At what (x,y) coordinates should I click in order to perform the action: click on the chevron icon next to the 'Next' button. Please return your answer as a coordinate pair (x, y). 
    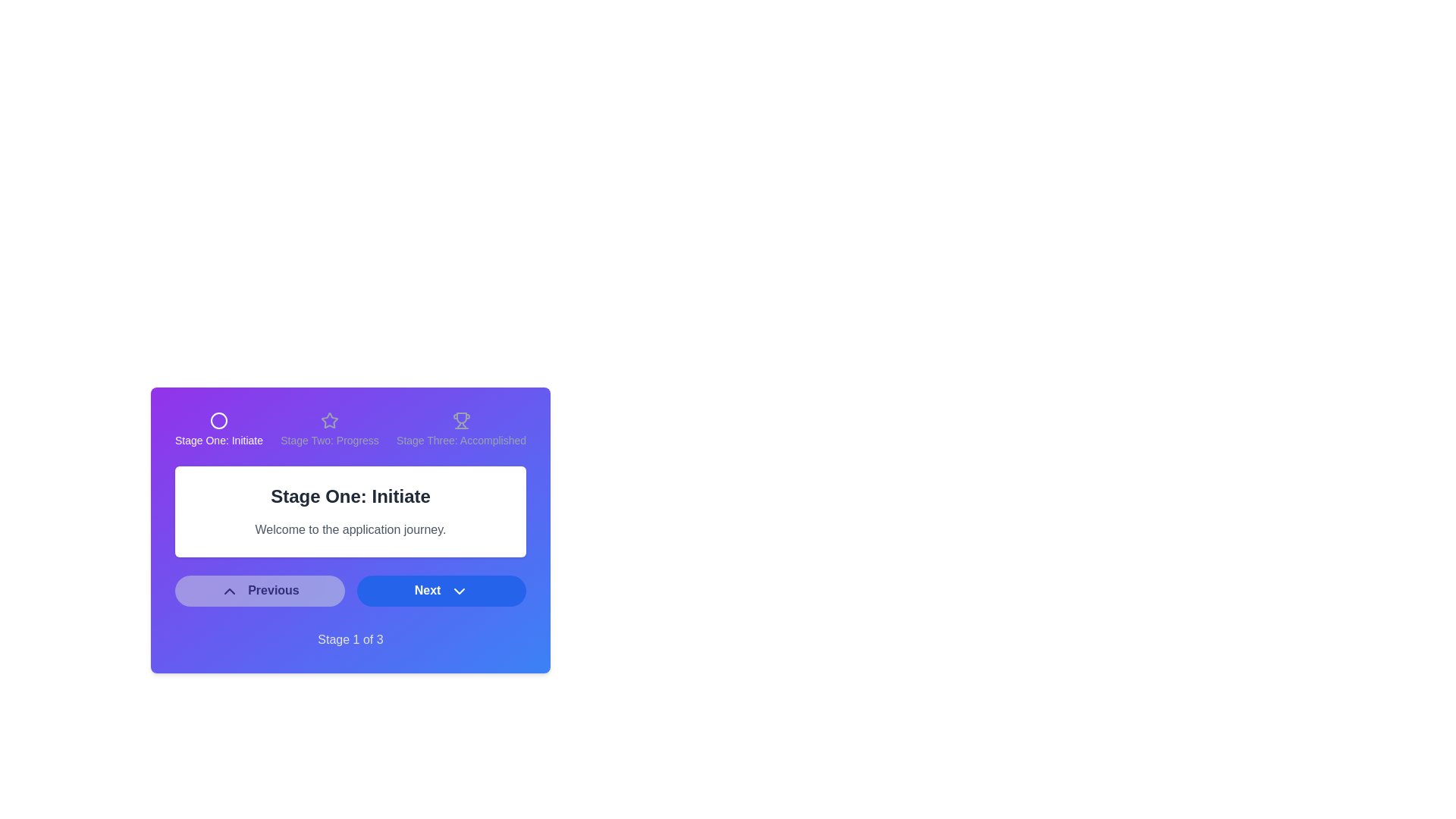
    Looking at the image, I should click on (458, 590).